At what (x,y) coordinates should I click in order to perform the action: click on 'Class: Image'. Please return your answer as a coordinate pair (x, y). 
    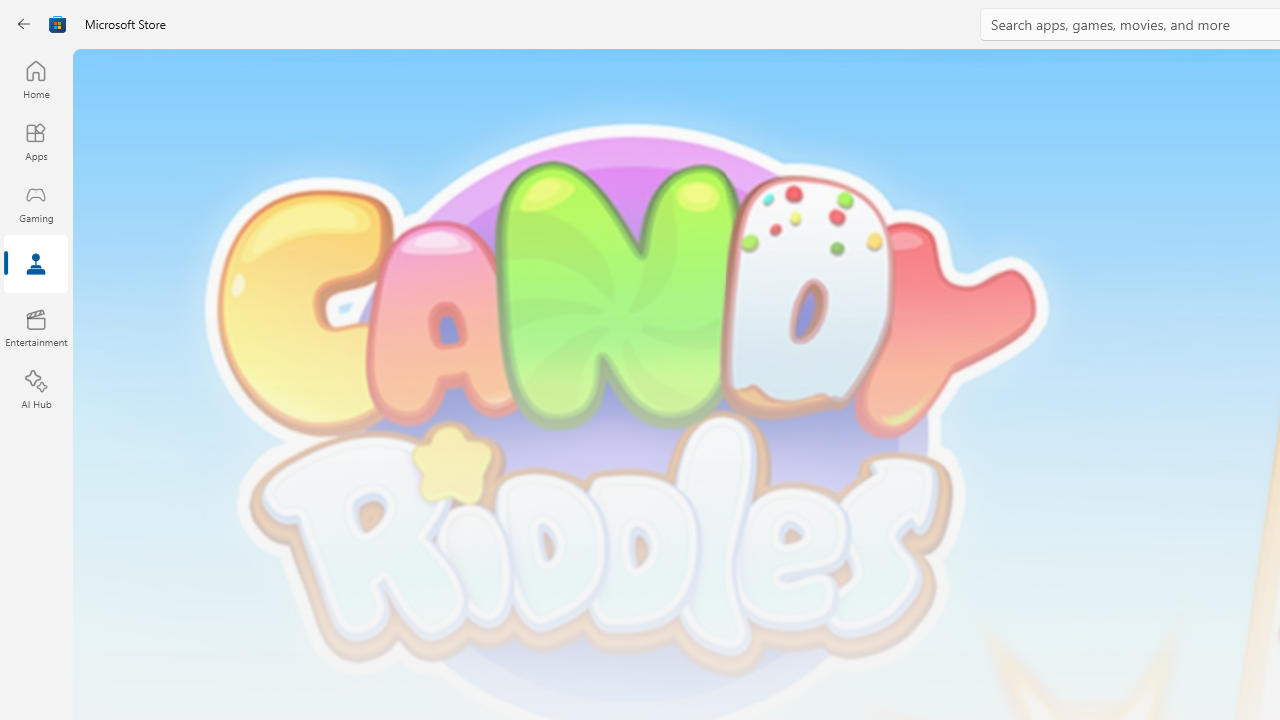
    Looking at the image, I should click on (27, 24).